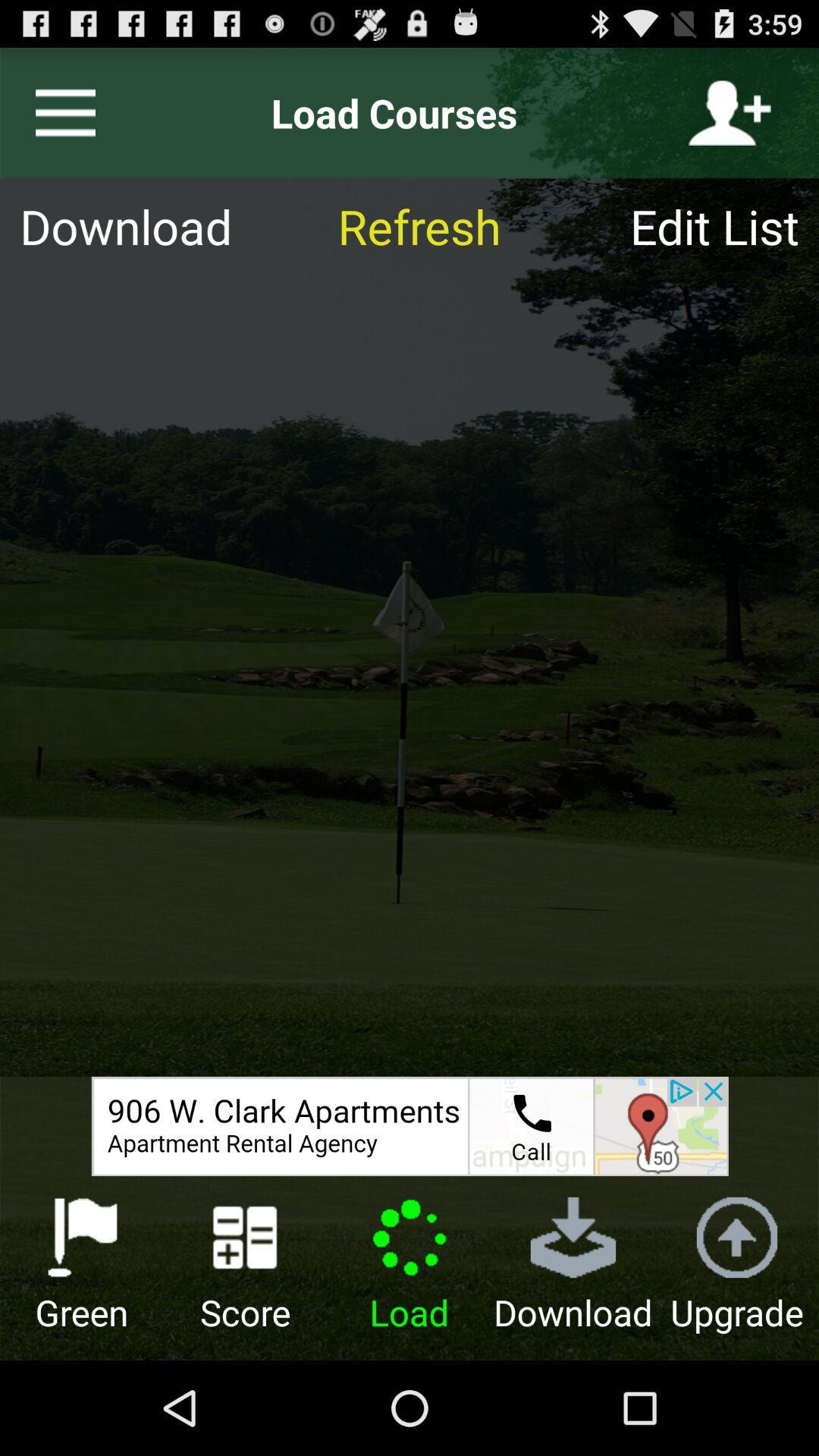  Describe the element at coordinates (58, 120) in the screenshot. I see `the menu icon` at that location.